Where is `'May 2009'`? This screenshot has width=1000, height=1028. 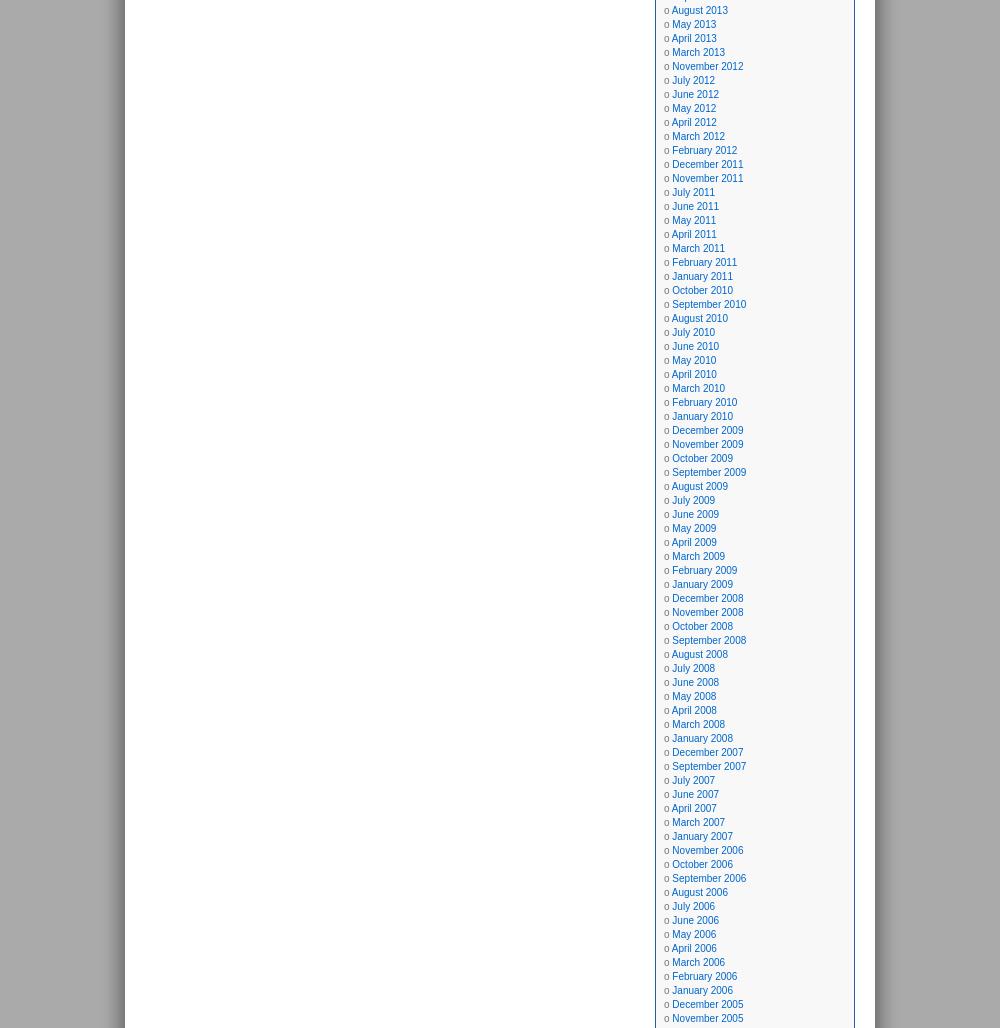 'May 2009' is located at coordinates (693, 528).